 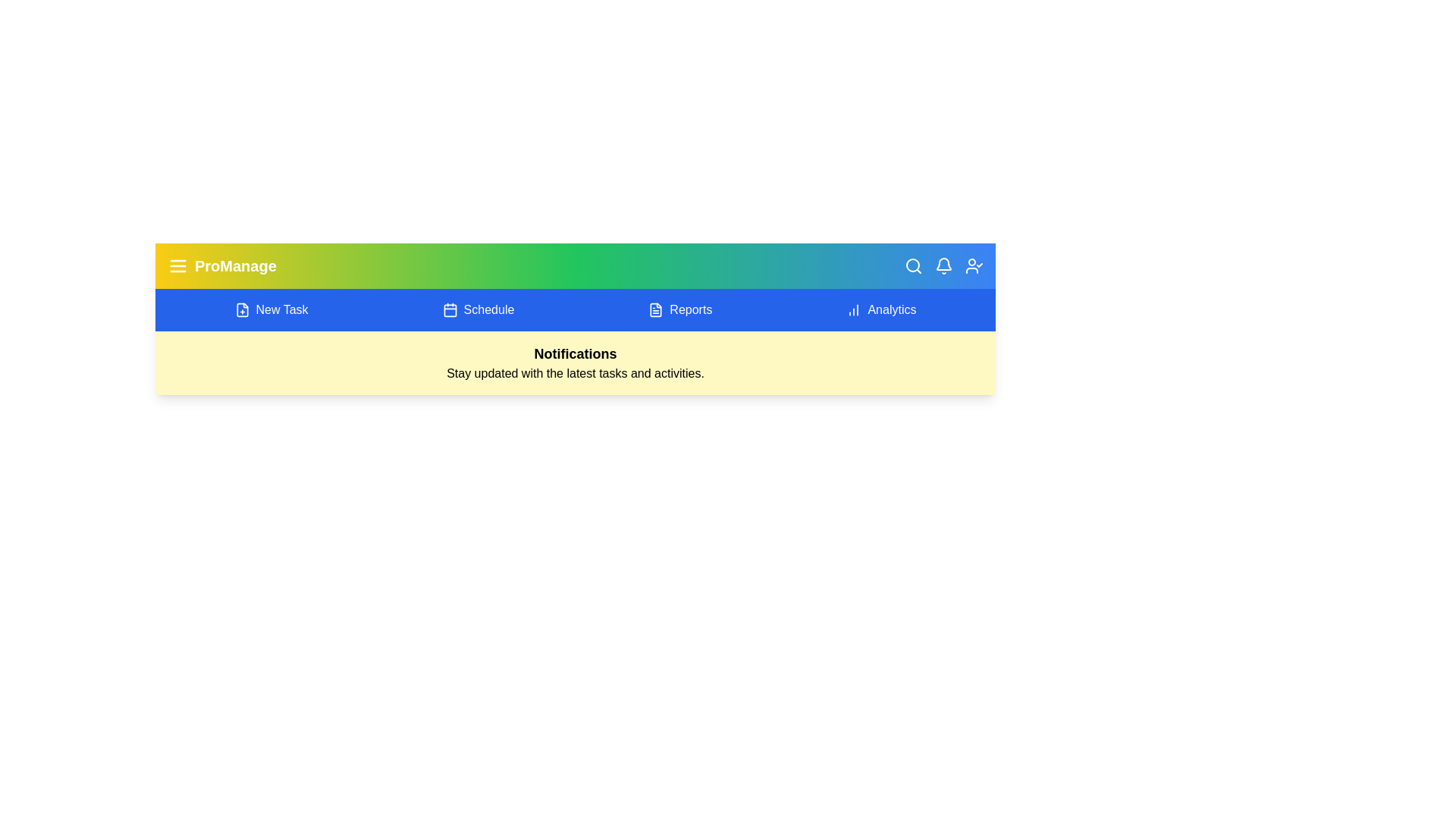 I want to click on the user profile icon, so click(x=974, y=265).